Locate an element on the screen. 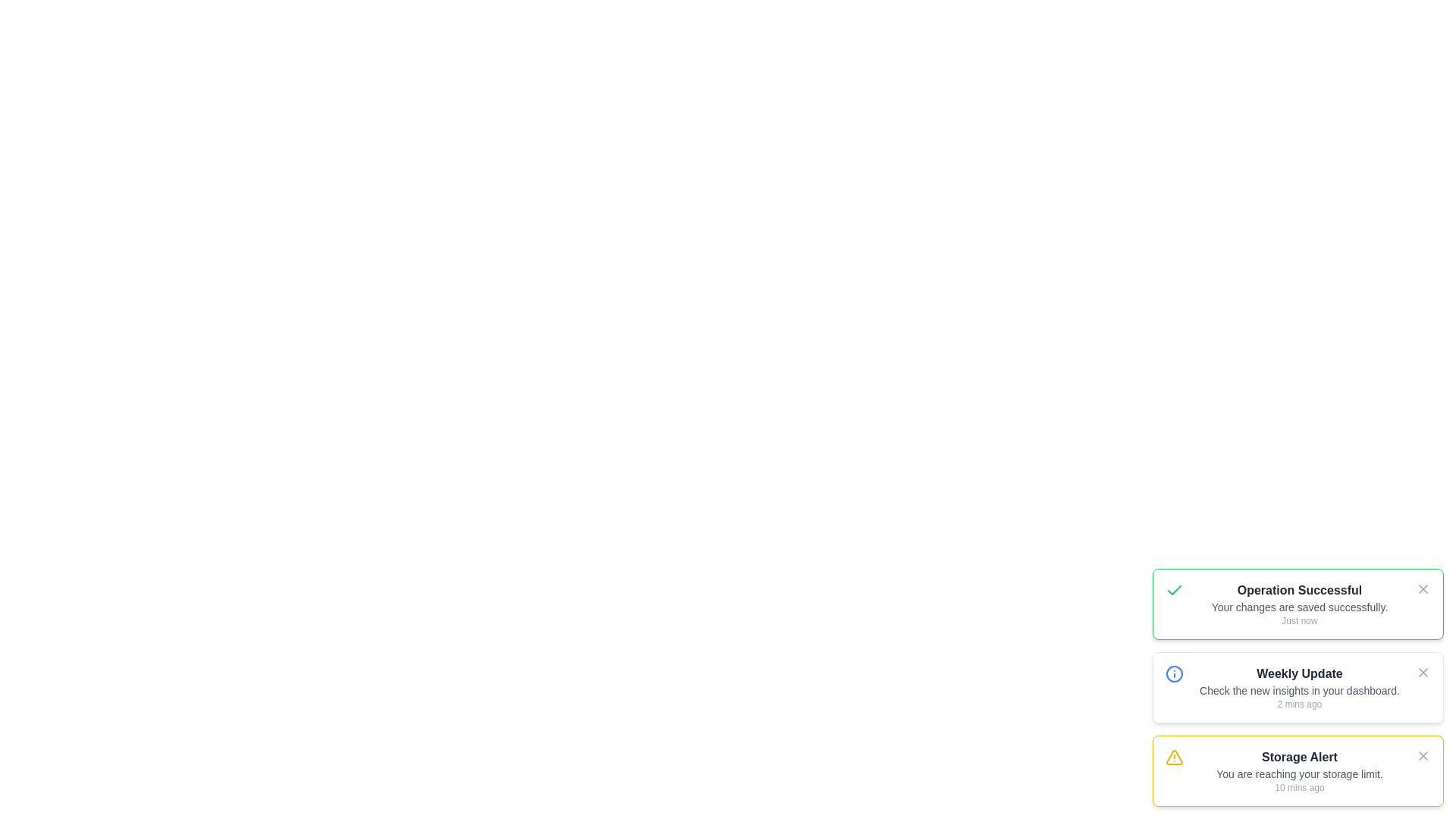 The image size is (1456, 819). the diagonal 'X' shaped vector graphic element in the top-right corner of the 'Weekly Update' notification is located at coordinates (1422, 672).